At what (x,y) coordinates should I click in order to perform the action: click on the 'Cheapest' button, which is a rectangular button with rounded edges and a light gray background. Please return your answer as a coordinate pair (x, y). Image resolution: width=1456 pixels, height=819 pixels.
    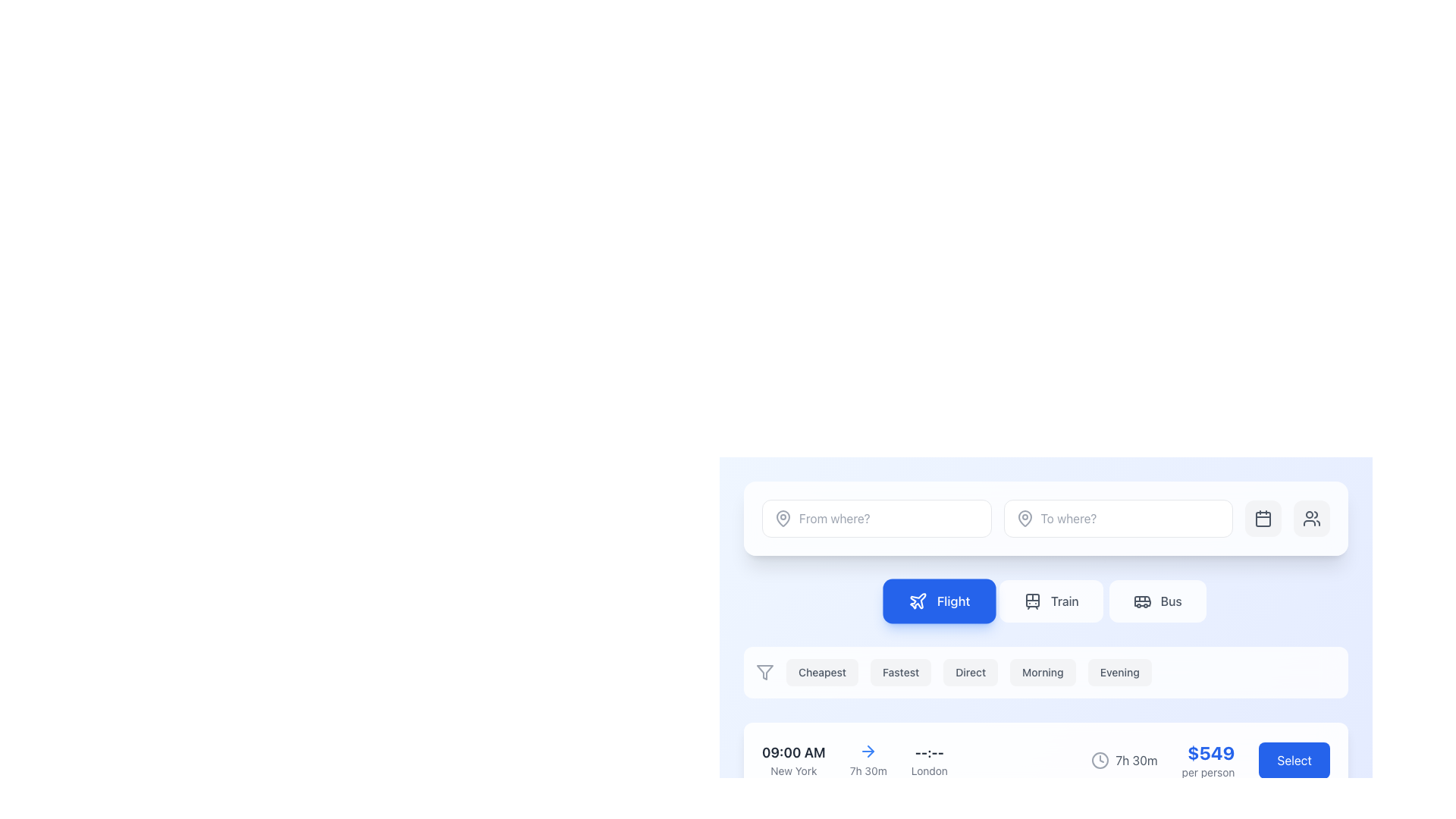
    Looking at the image, I should click on (821, 672).